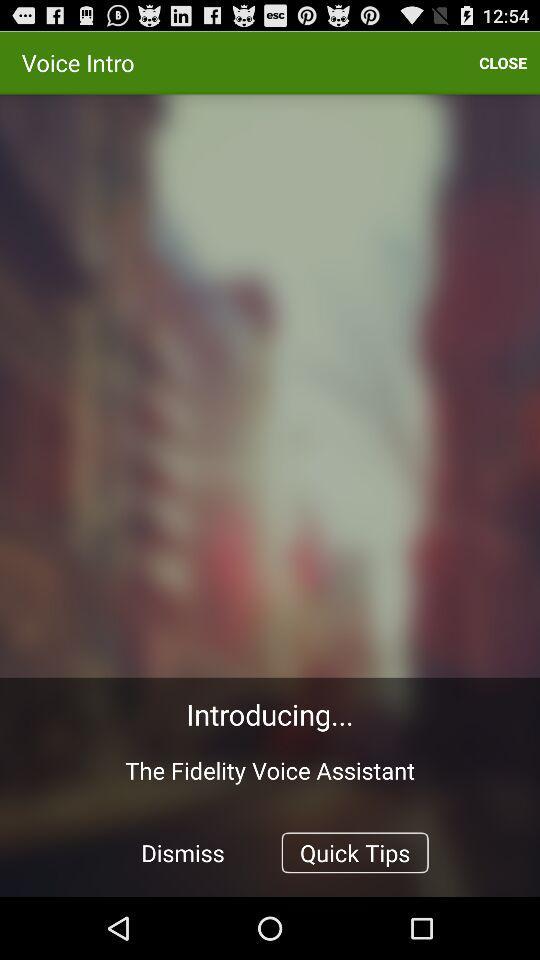 The width and height of the screenshot is (540, 960). Describe the element at coordinates (354, 851) in the screenshot. I see `the item below the the fidelity voice icon` at that location.